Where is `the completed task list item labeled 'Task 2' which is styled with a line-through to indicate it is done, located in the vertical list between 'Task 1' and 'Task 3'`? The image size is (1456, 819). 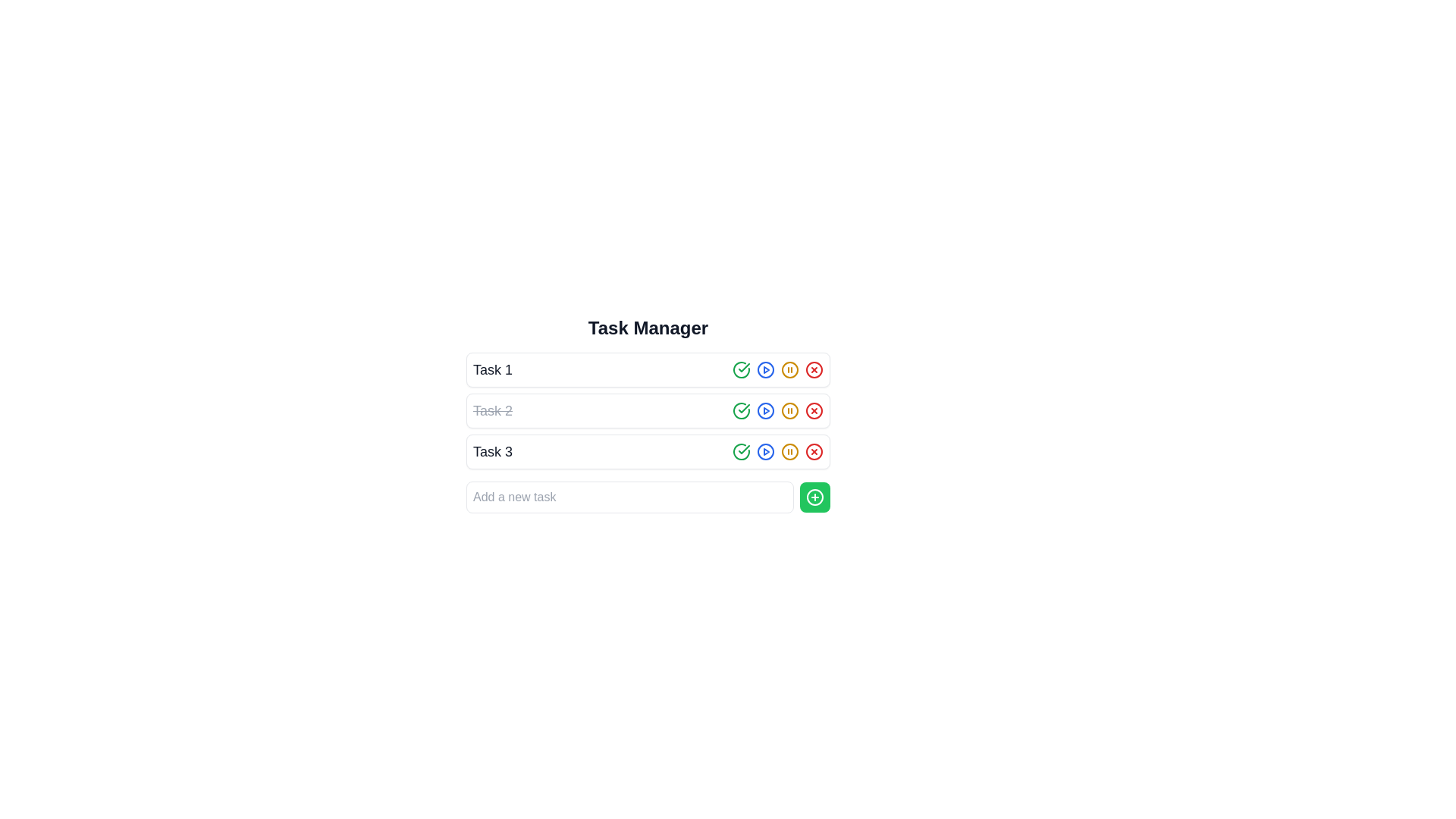
the completed task list item labeled 'Task 2' which is styled with a line-through to indicate it is done, located in the vertical list between 'Task 1' and 'Task 3' is located at coordinates (648, 411).